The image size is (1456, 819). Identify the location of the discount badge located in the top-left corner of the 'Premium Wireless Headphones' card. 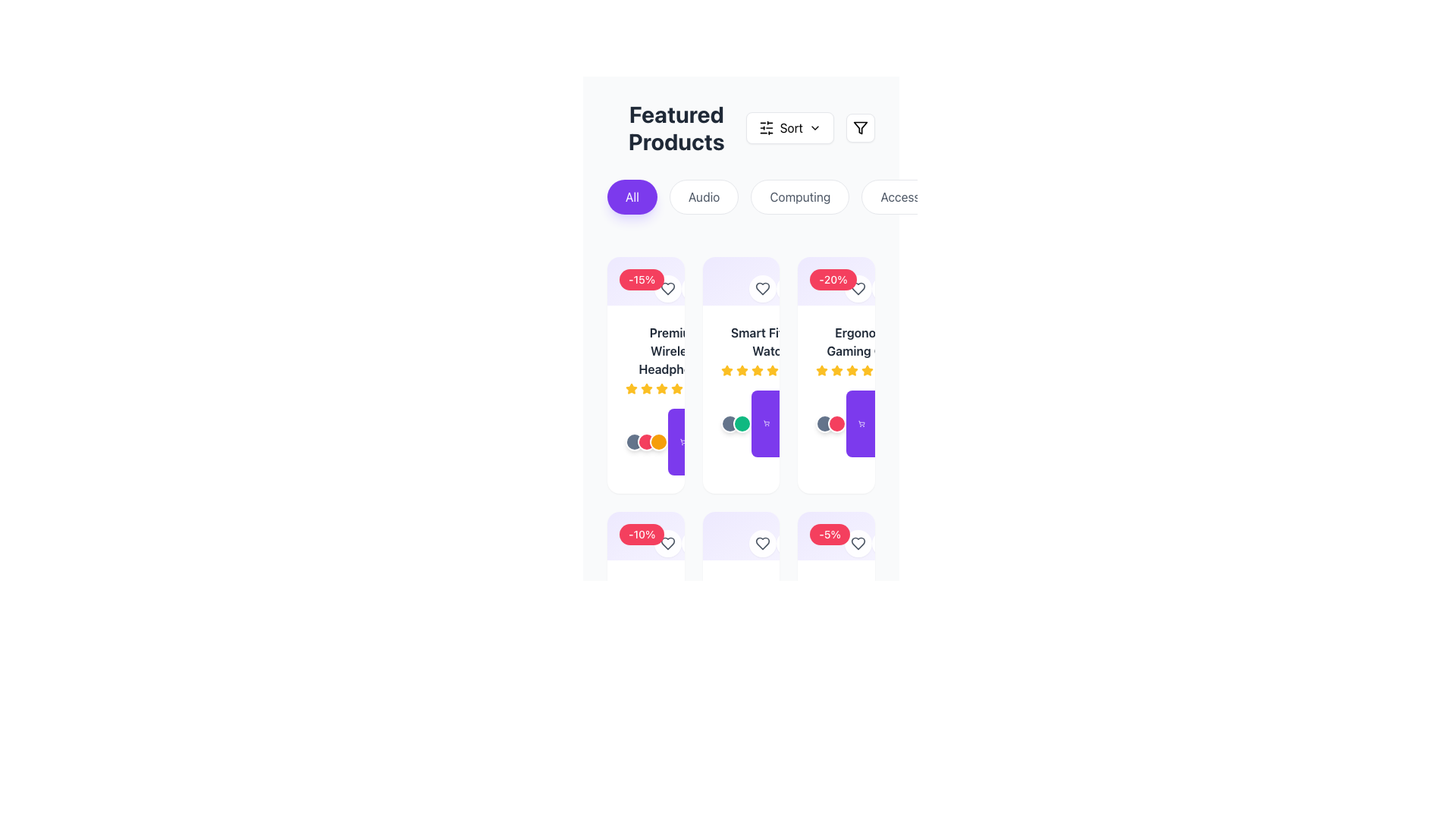
(645, 281).